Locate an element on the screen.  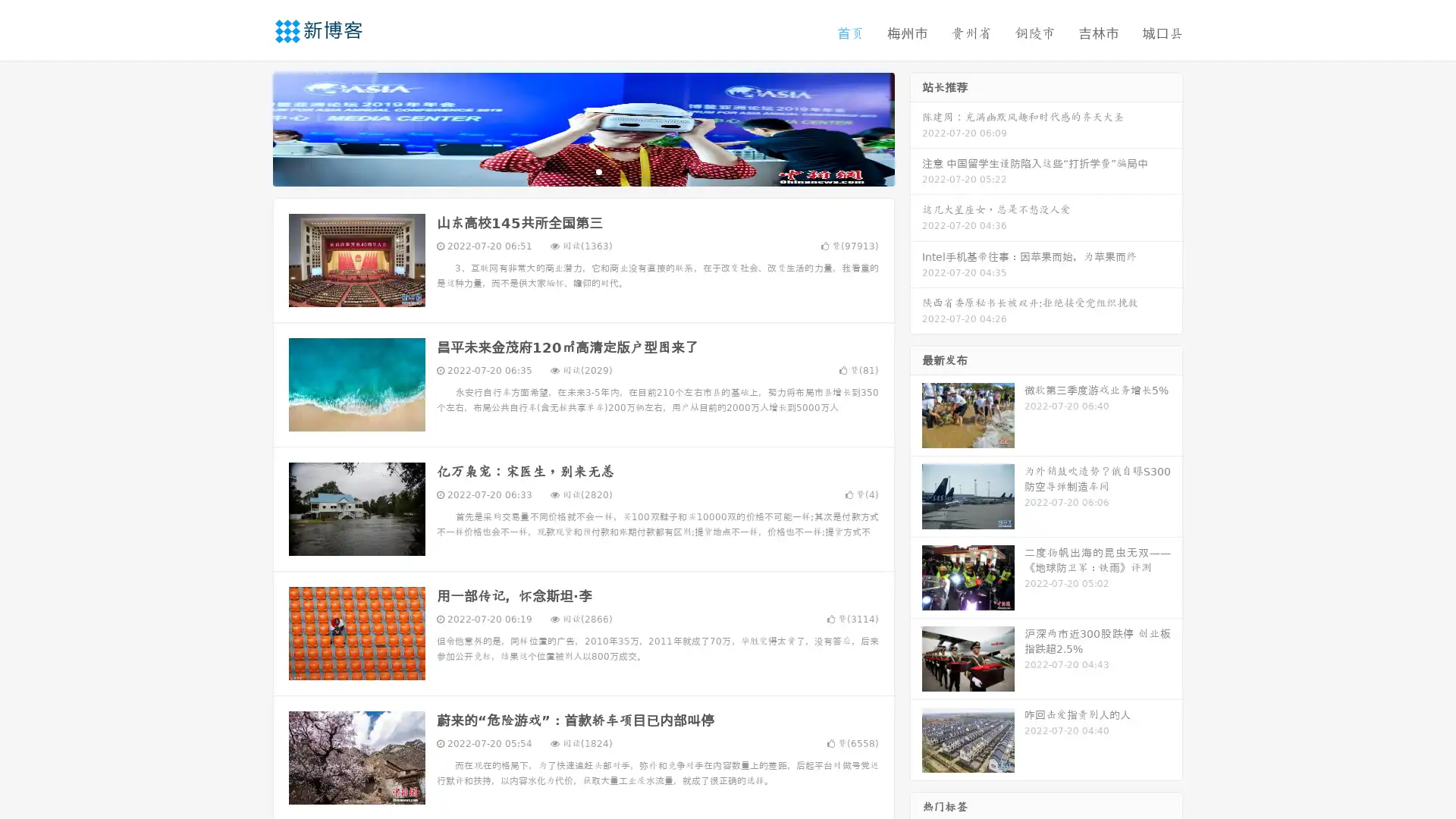
Go to slide 2 is located at coordinates (582, 171).